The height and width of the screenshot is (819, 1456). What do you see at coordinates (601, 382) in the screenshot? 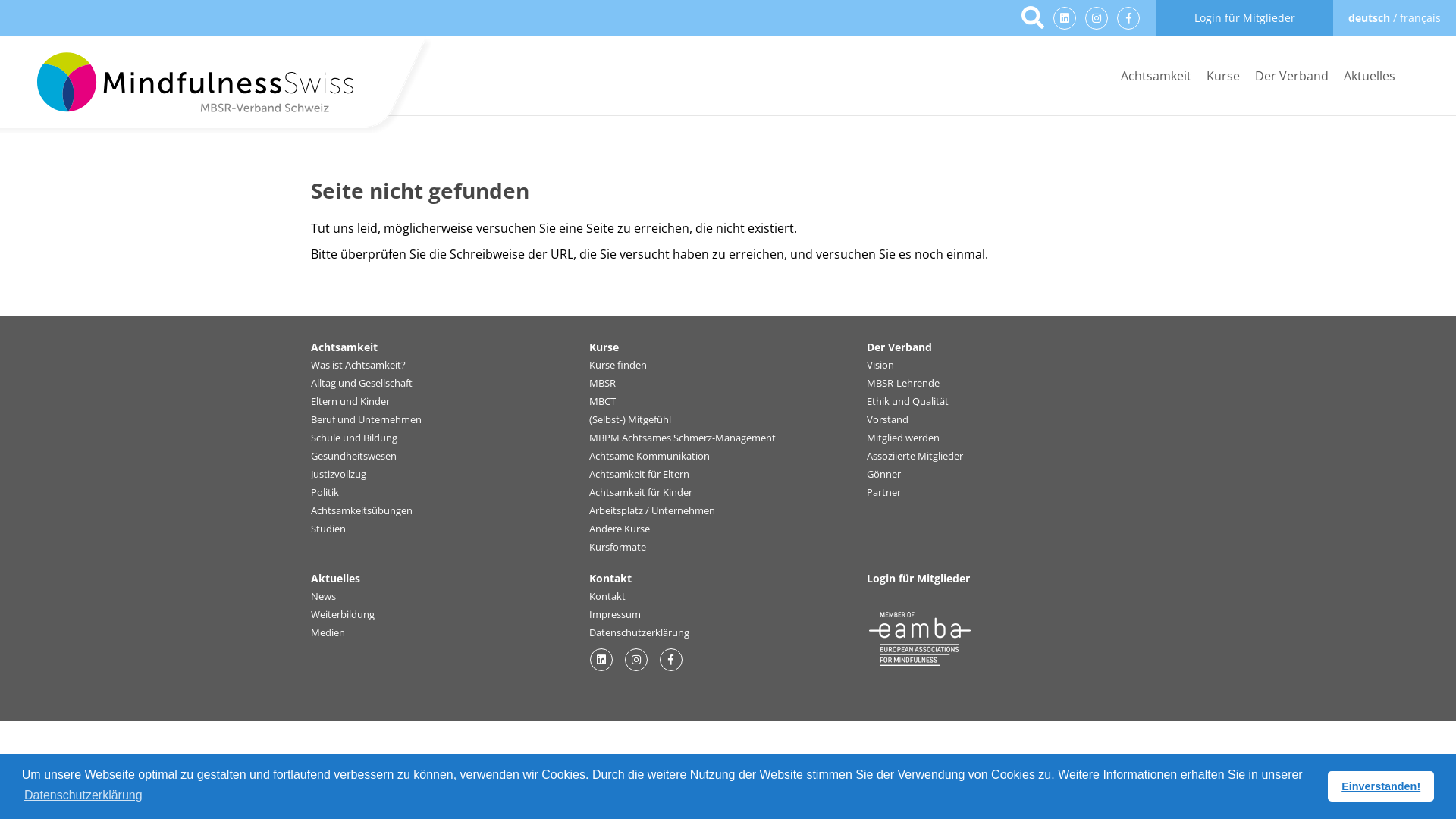
I see `'MBSR'` at bounding box center [601, 382].